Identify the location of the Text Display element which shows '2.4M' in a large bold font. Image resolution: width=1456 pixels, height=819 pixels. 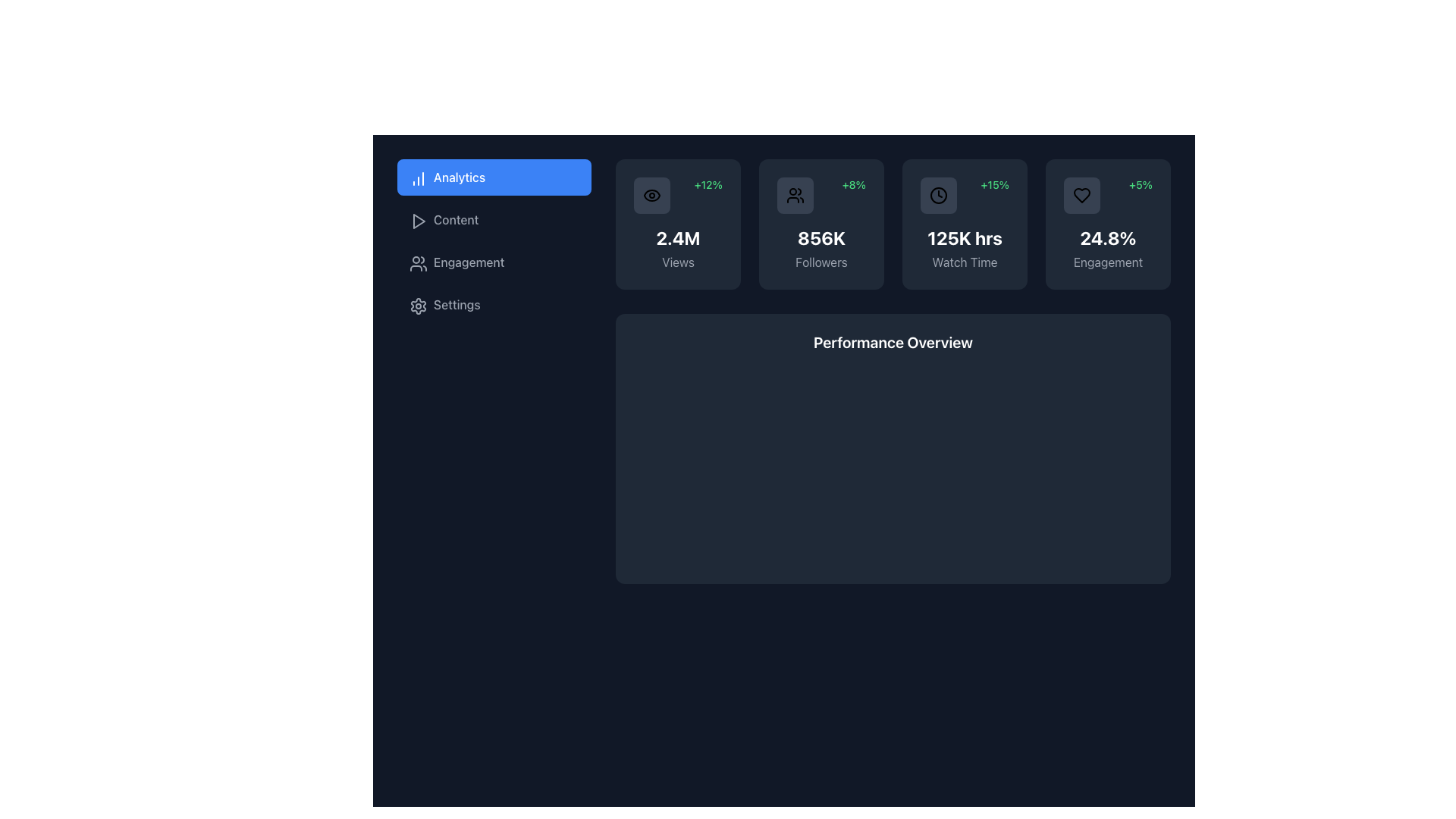
(677, 237).